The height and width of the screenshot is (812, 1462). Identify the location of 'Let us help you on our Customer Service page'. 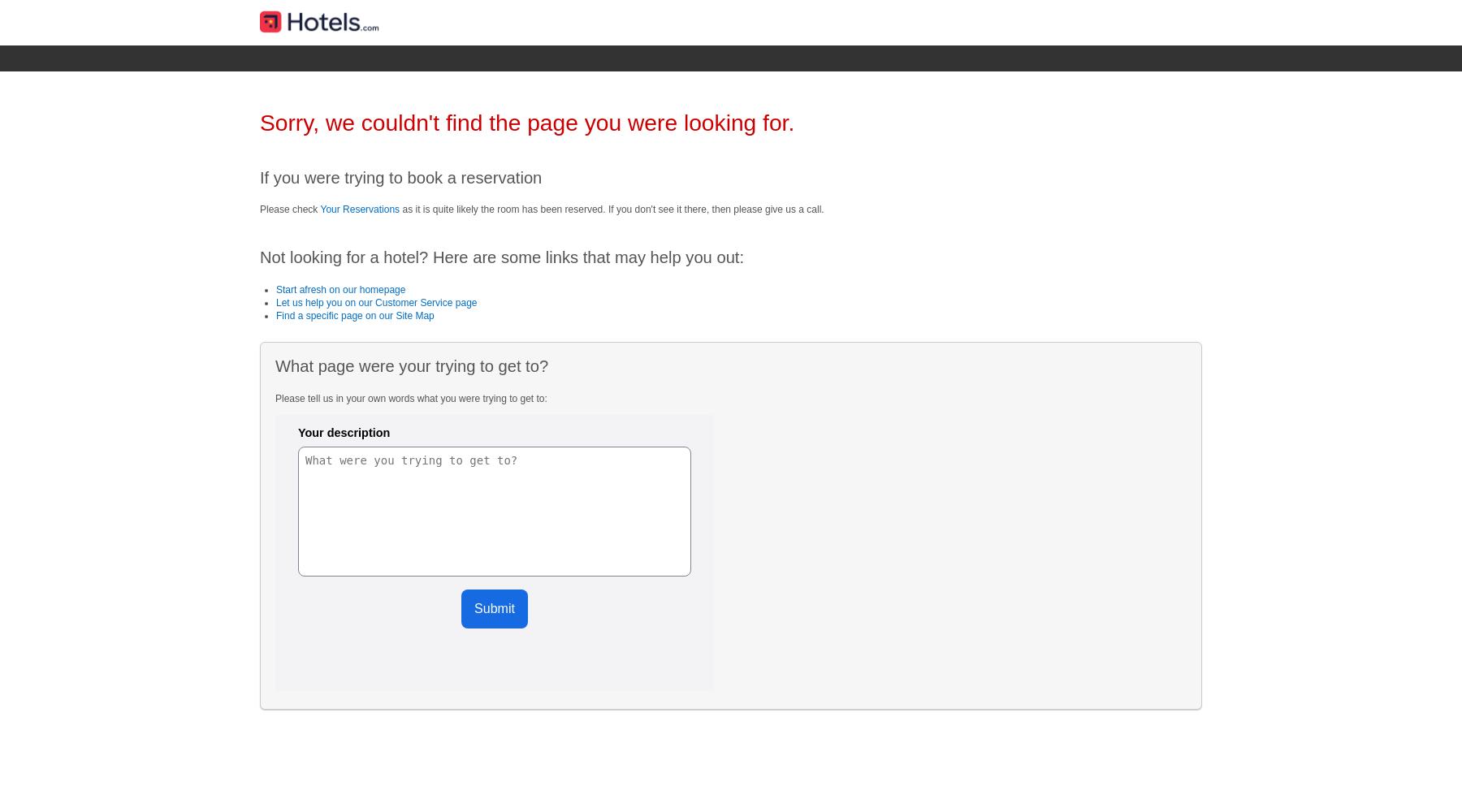
(276, 301).